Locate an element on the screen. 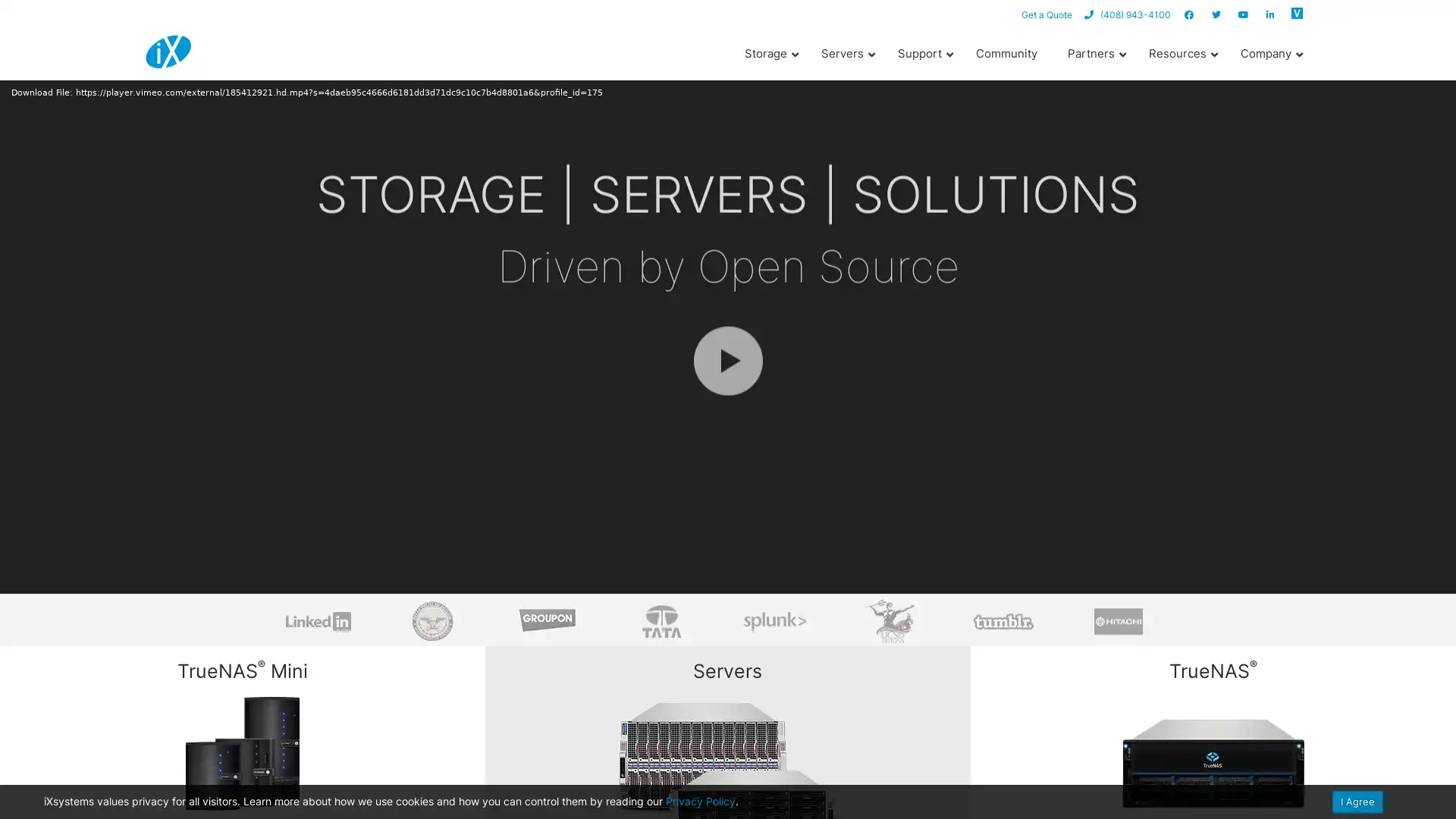 The height and width of the screenshot is (819, 1456). I Agree is located at coordinates (1357, 801).